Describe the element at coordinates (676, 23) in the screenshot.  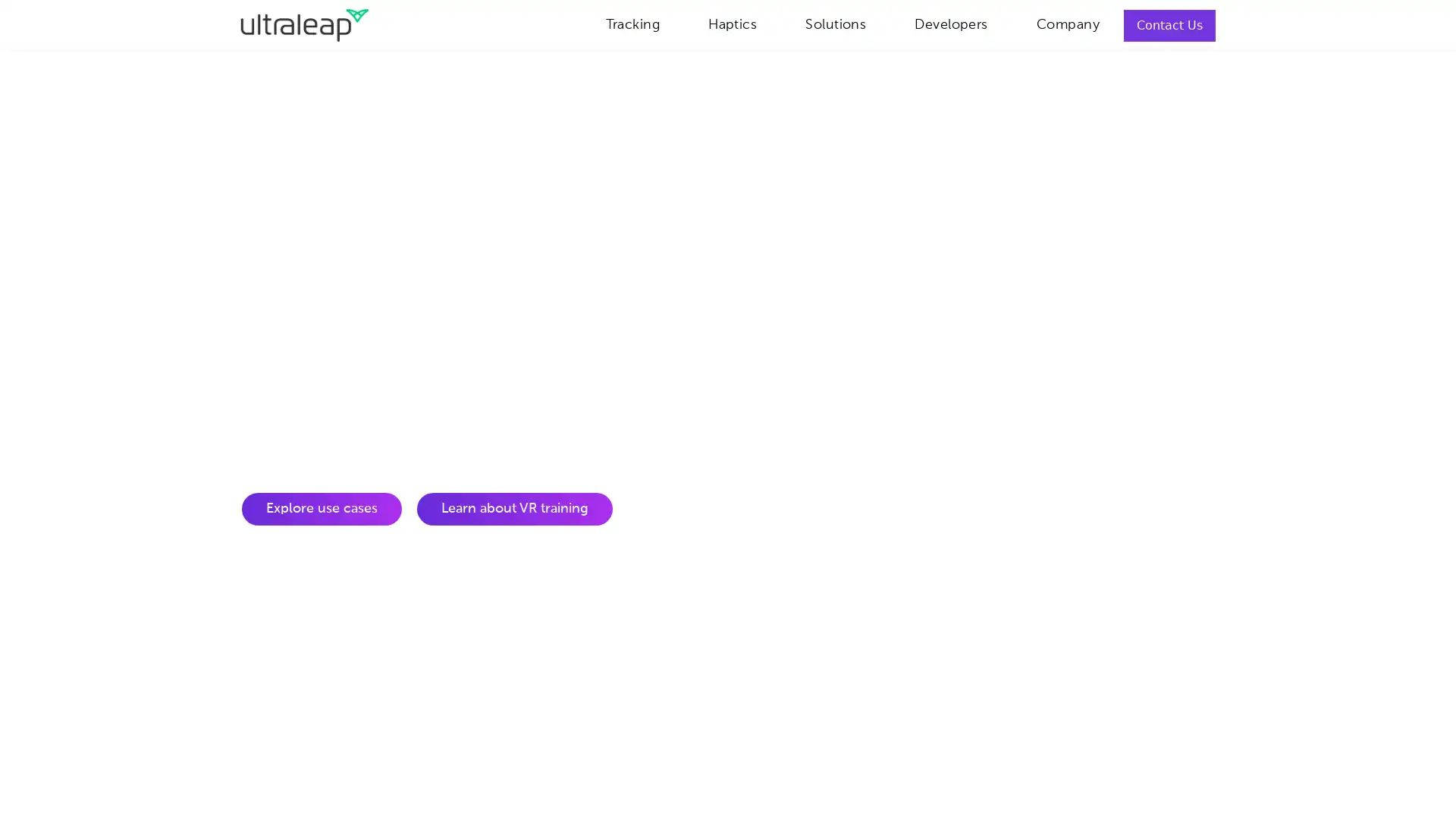
I see `Toggle submenu` at that location.